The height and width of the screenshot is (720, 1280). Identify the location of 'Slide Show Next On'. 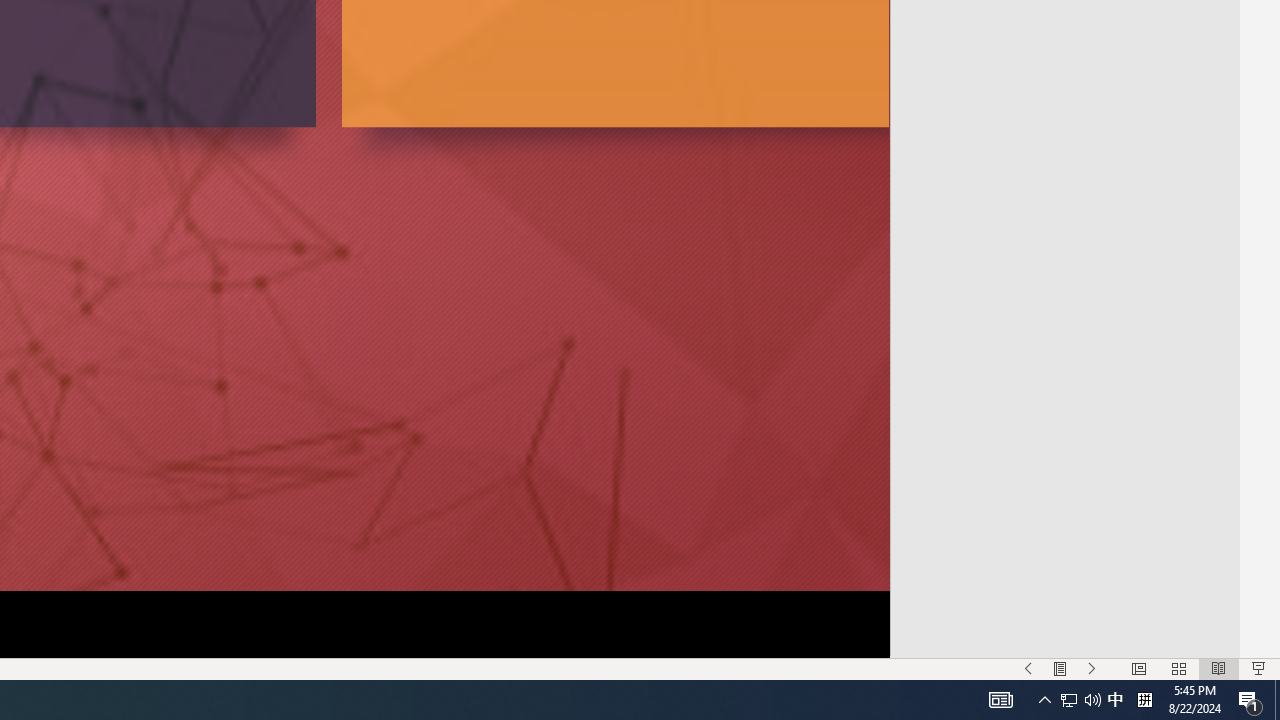
(1091, 669).